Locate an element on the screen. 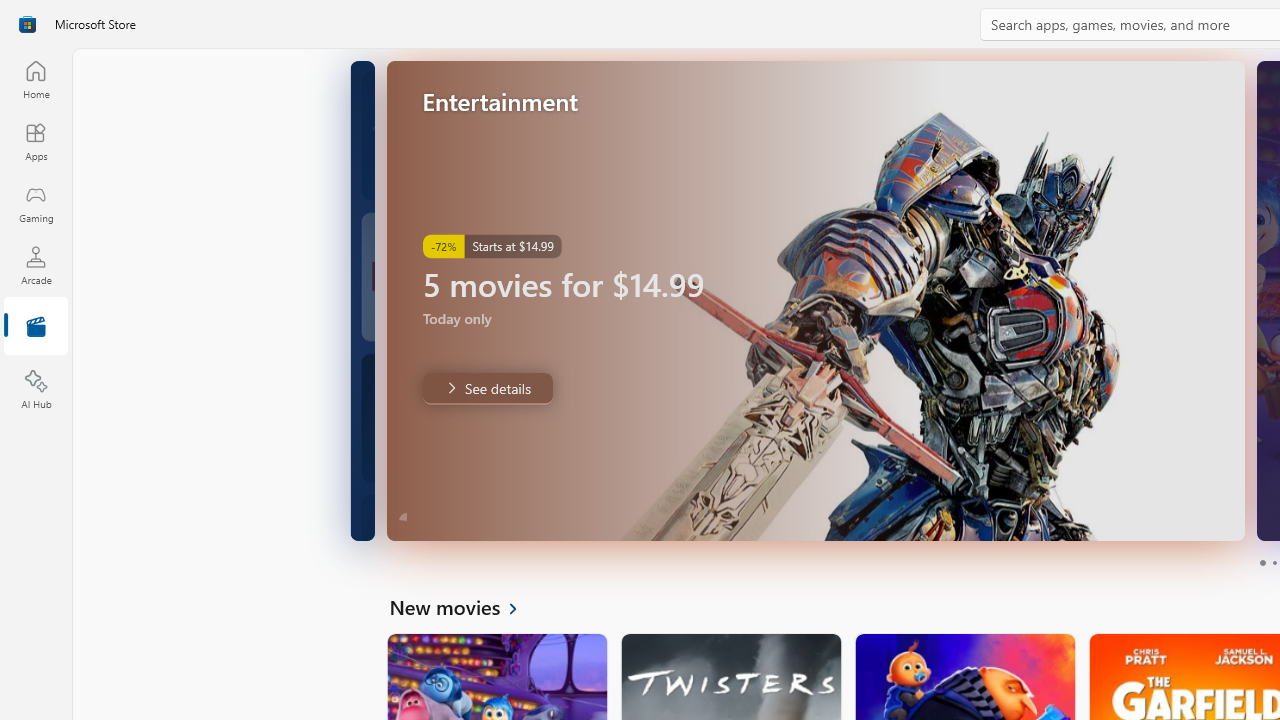  'AI Hub' is located at coordinates (35, 390).